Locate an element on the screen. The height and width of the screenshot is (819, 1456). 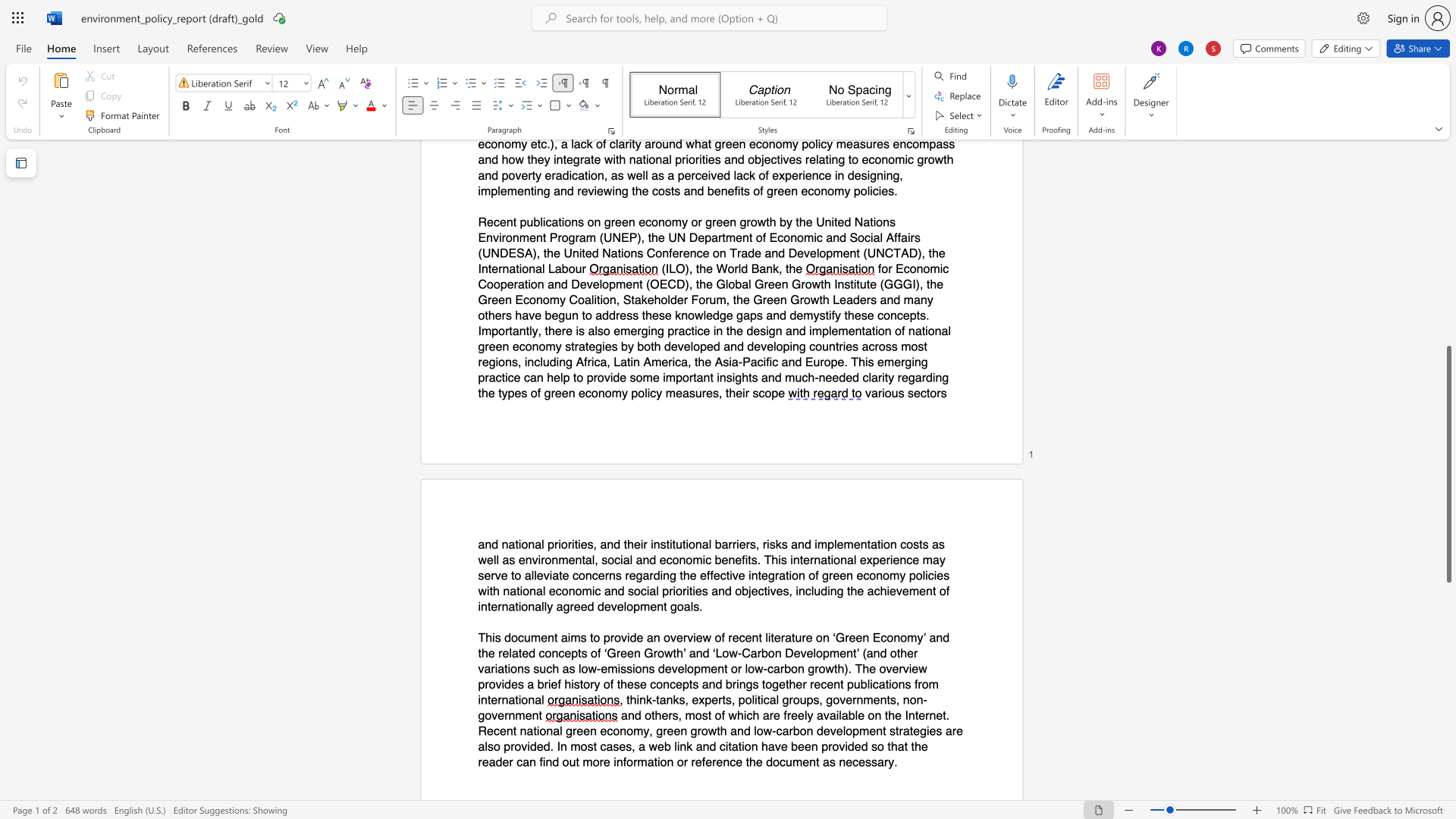
the vertical scrollbar to raise the page content is located at coordinates (1448, 196).